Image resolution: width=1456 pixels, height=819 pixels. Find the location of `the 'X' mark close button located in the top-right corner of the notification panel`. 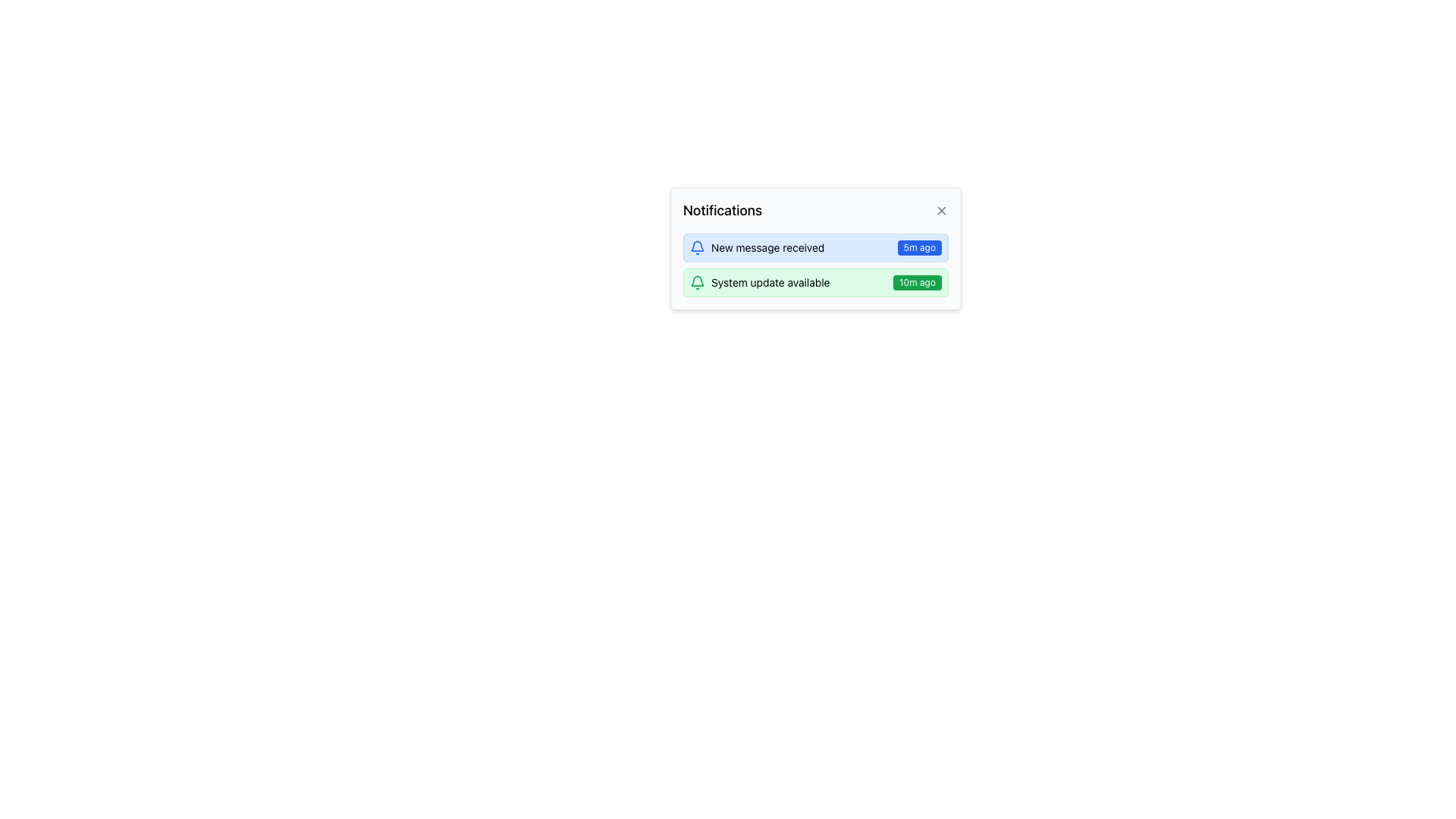

the 'X' mark close button located in the top-right corner of the notification panel is located at coordinates (941, 210).